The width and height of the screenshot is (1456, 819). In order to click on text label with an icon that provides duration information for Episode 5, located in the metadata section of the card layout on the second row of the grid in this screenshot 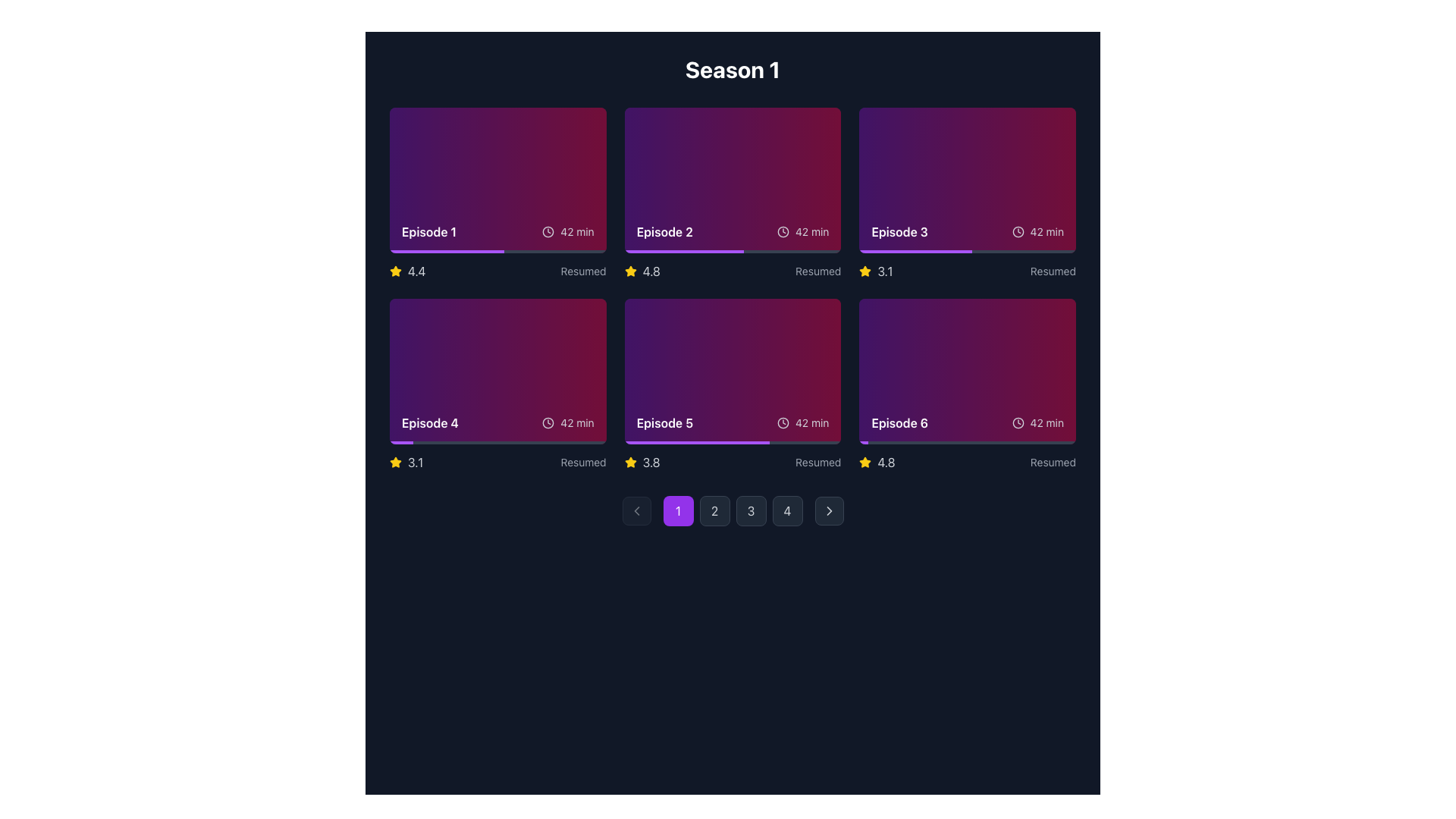, I will do `click(802, 423)`.